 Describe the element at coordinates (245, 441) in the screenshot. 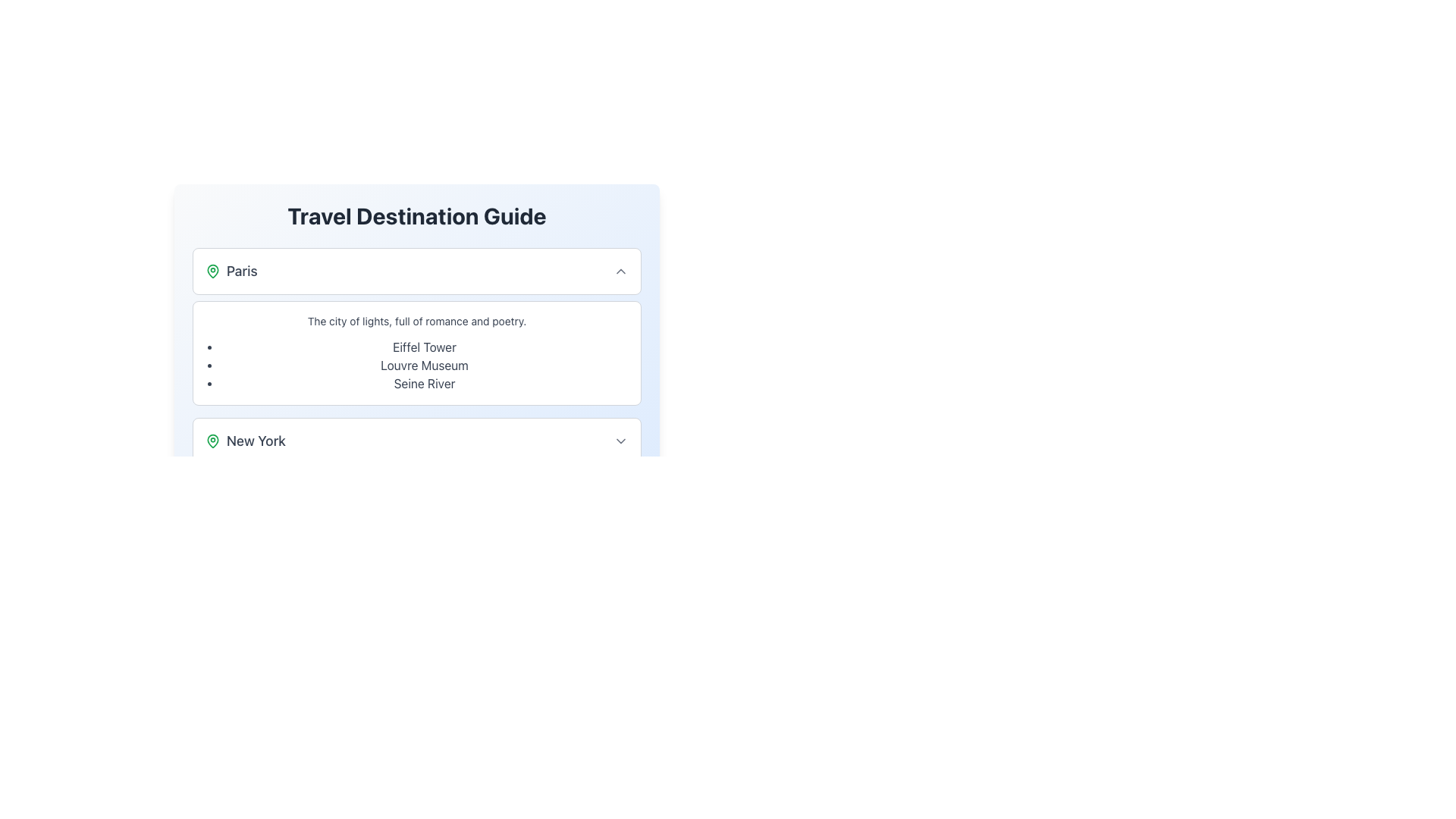

I see `the 'New York' text label with an accompanying icon` at that location.